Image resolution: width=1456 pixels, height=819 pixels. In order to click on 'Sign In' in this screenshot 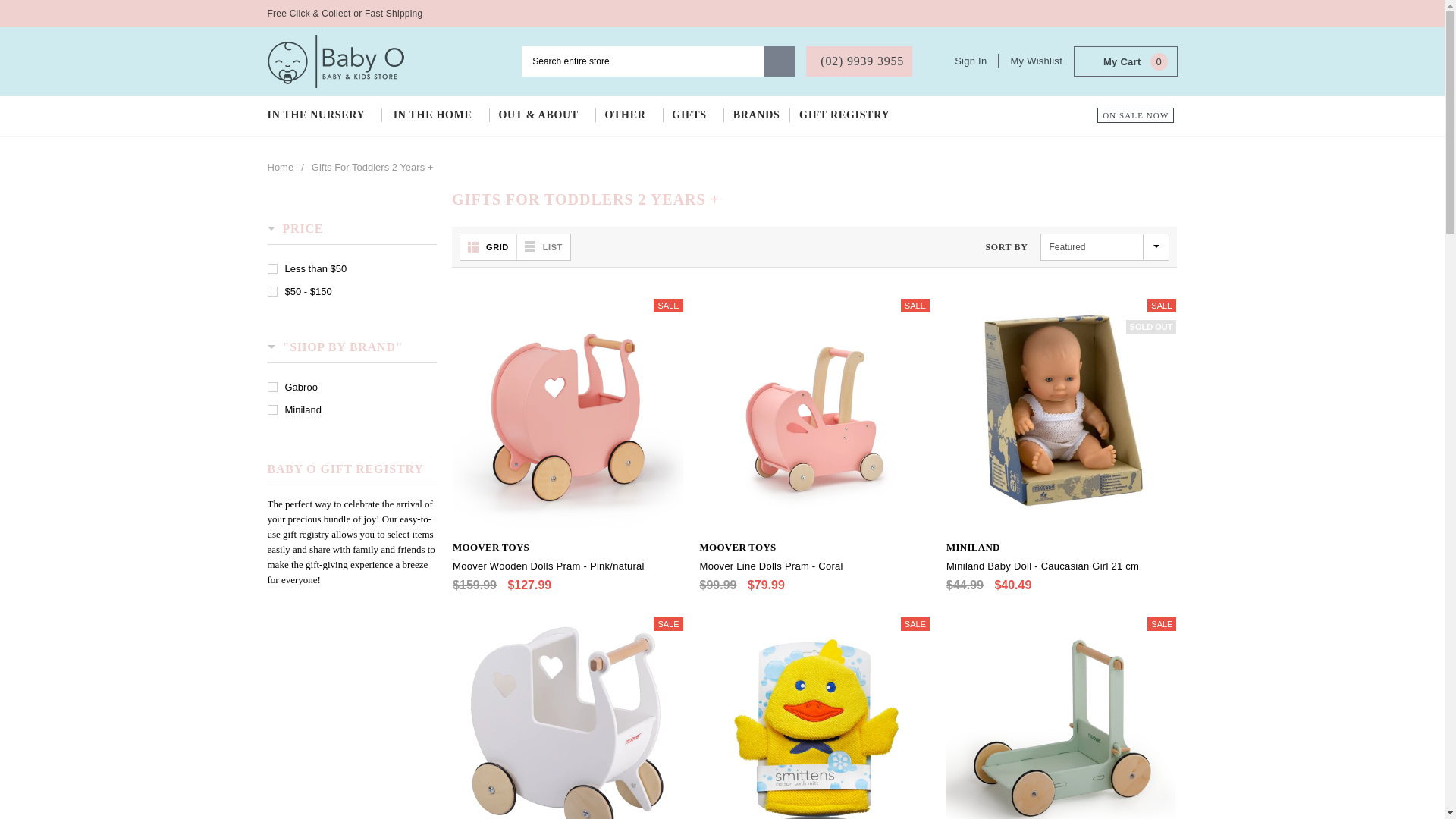, I will do `click(976, 60)`.